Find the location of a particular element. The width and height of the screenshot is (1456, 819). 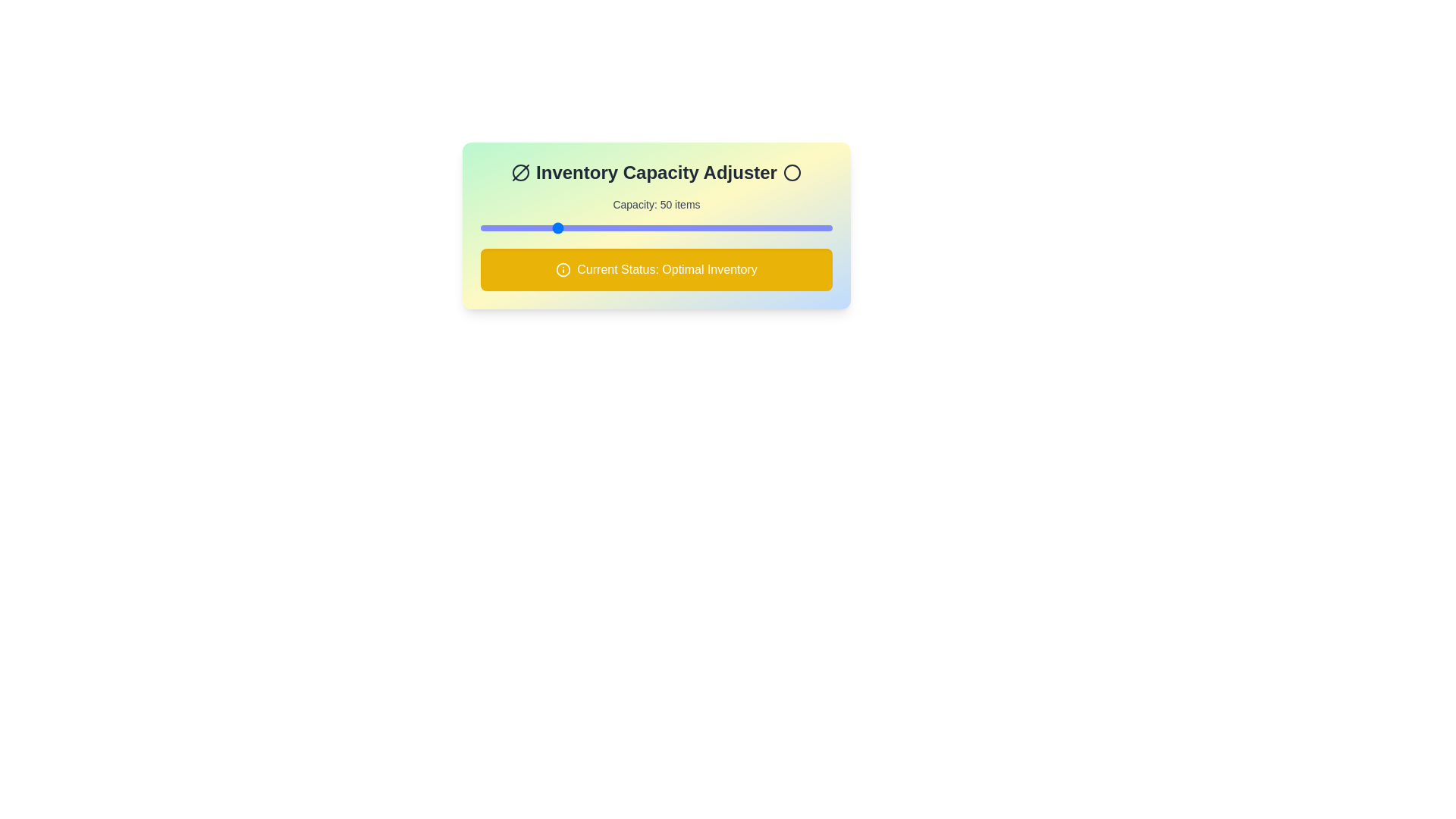

the inventory capacity slider to 183 items is located at coordinates (800, 227).